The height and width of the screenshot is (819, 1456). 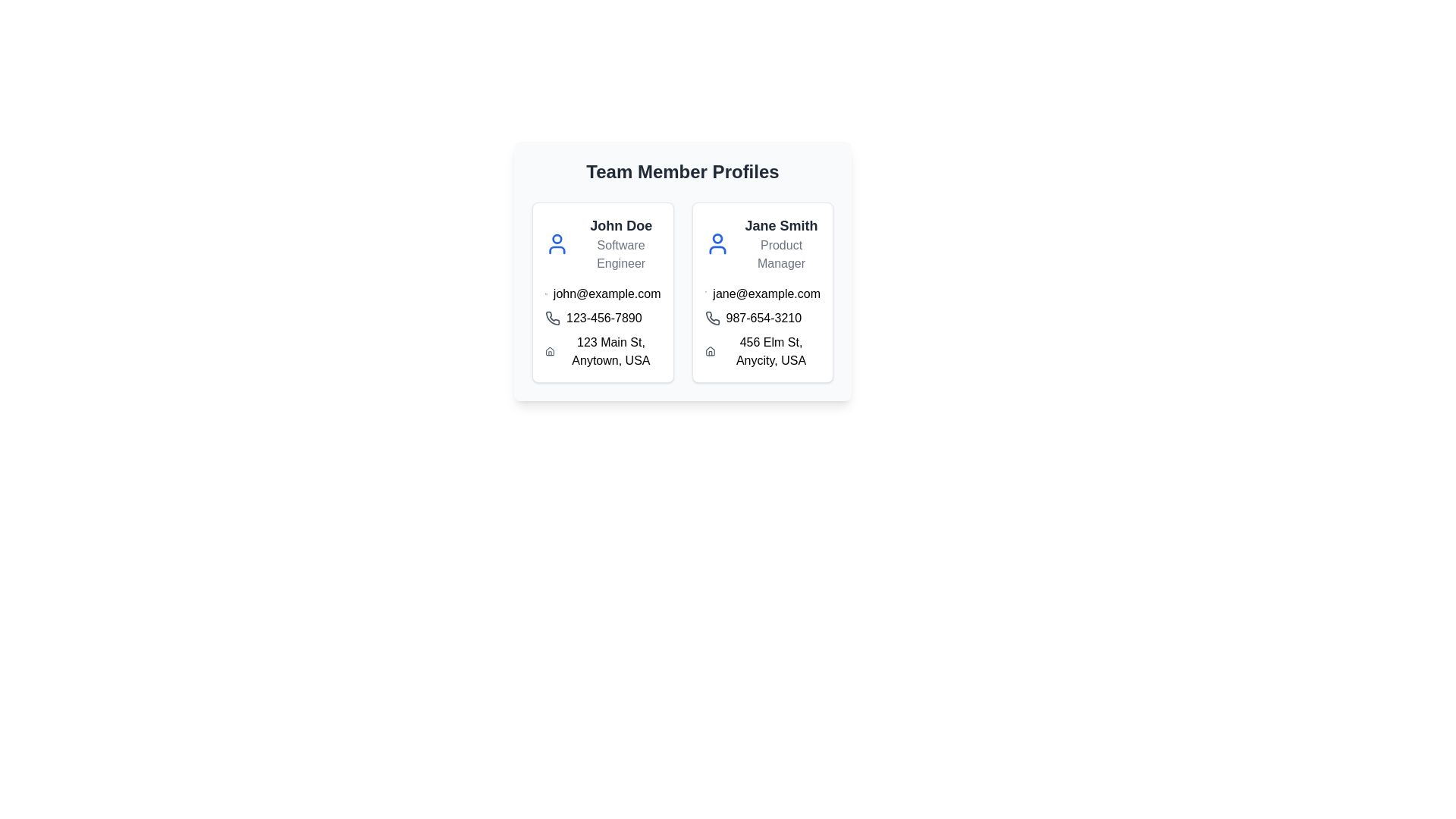 I want to click on the Contact Information Segment that provides the user's email, phone number, and address, located in the middle section of the card below 'John Doe' and 'Software Engineer', so click(x=602, y=327).